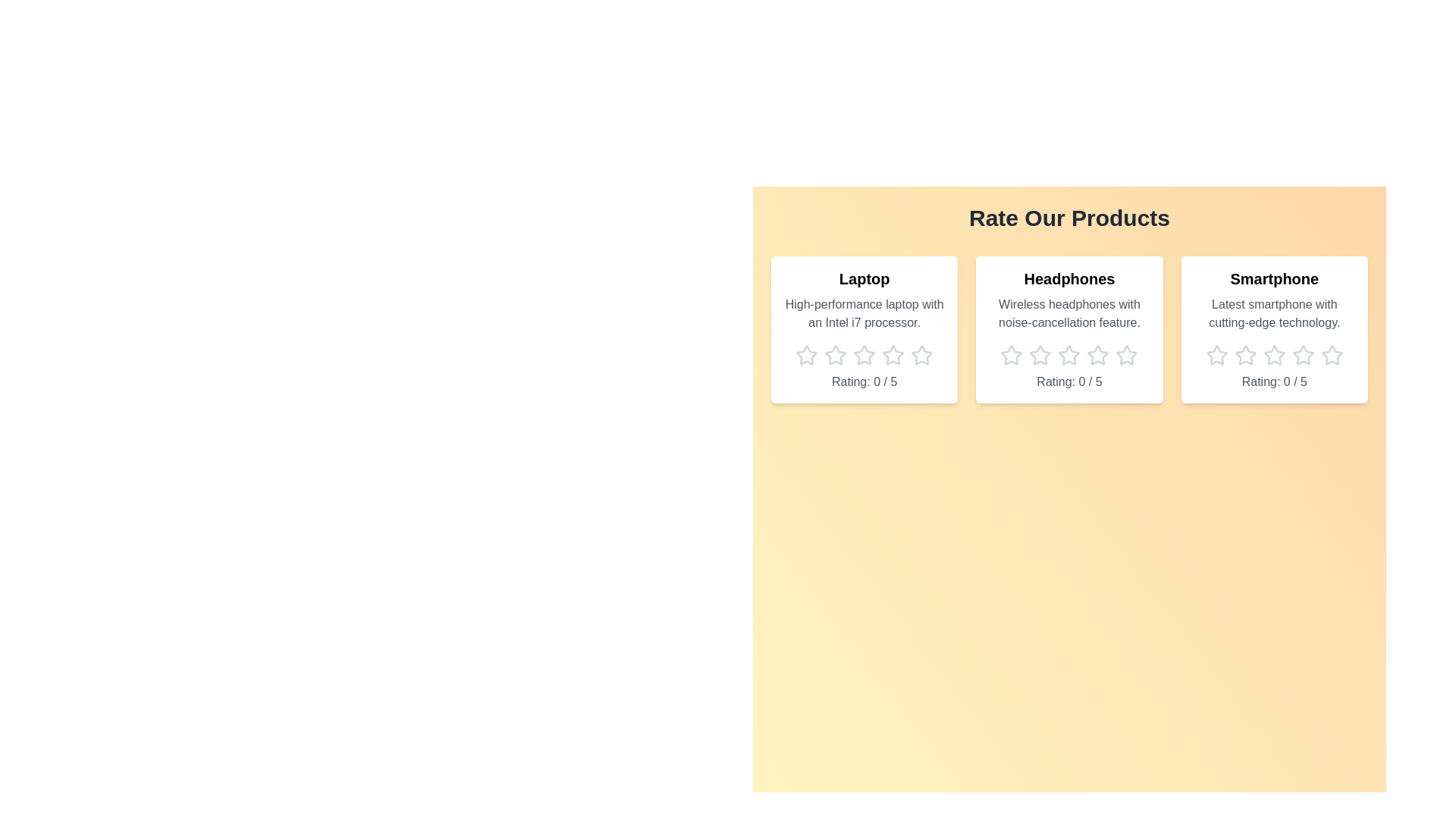 The height and width of the screenshot is (819, 1456). I want to click on the star icon corresponding to 3 stars for the product Laptop, so click(864, 356).